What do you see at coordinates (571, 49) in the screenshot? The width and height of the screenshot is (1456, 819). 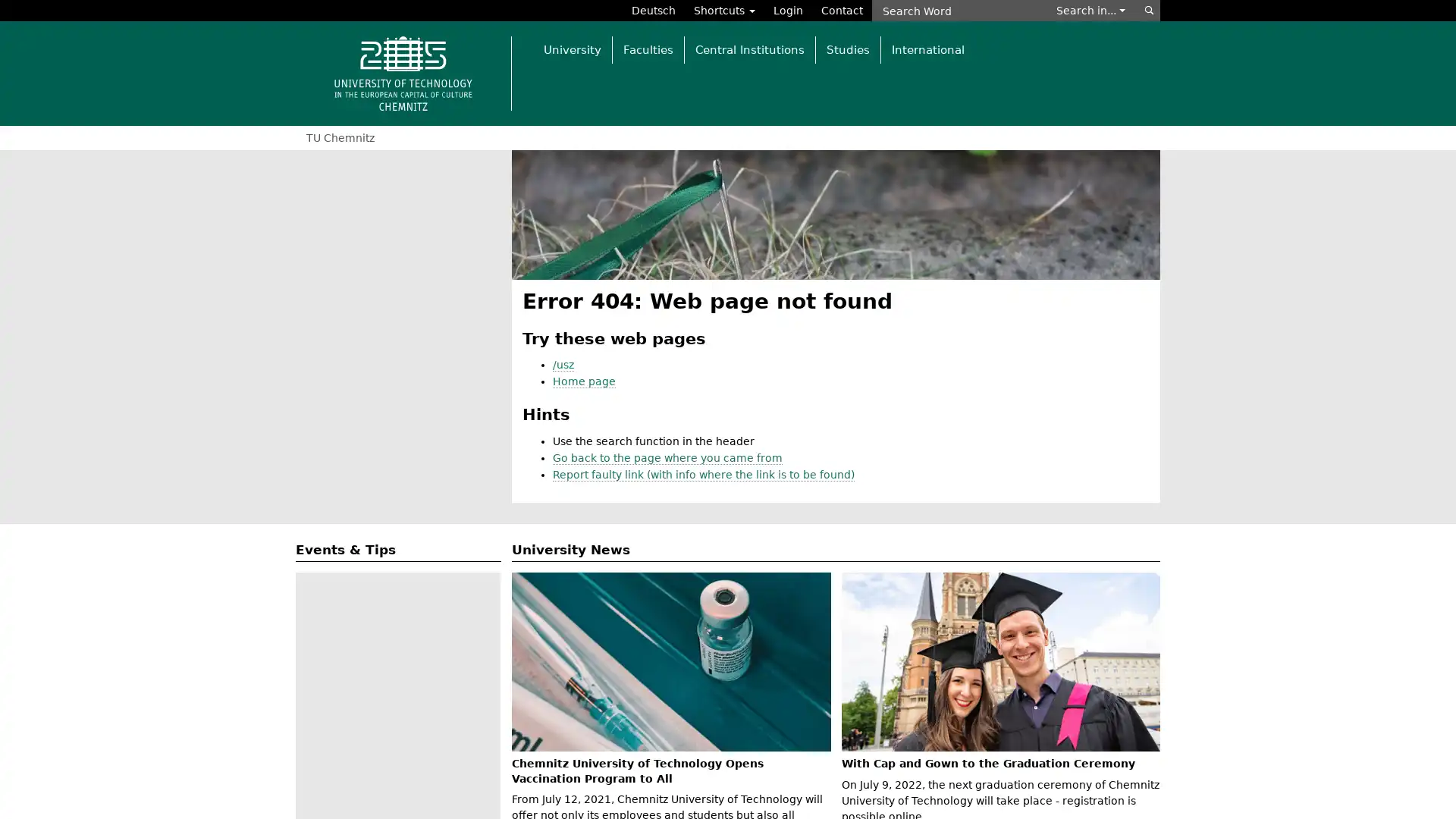 I see `University` at bounding box center [571, 49].